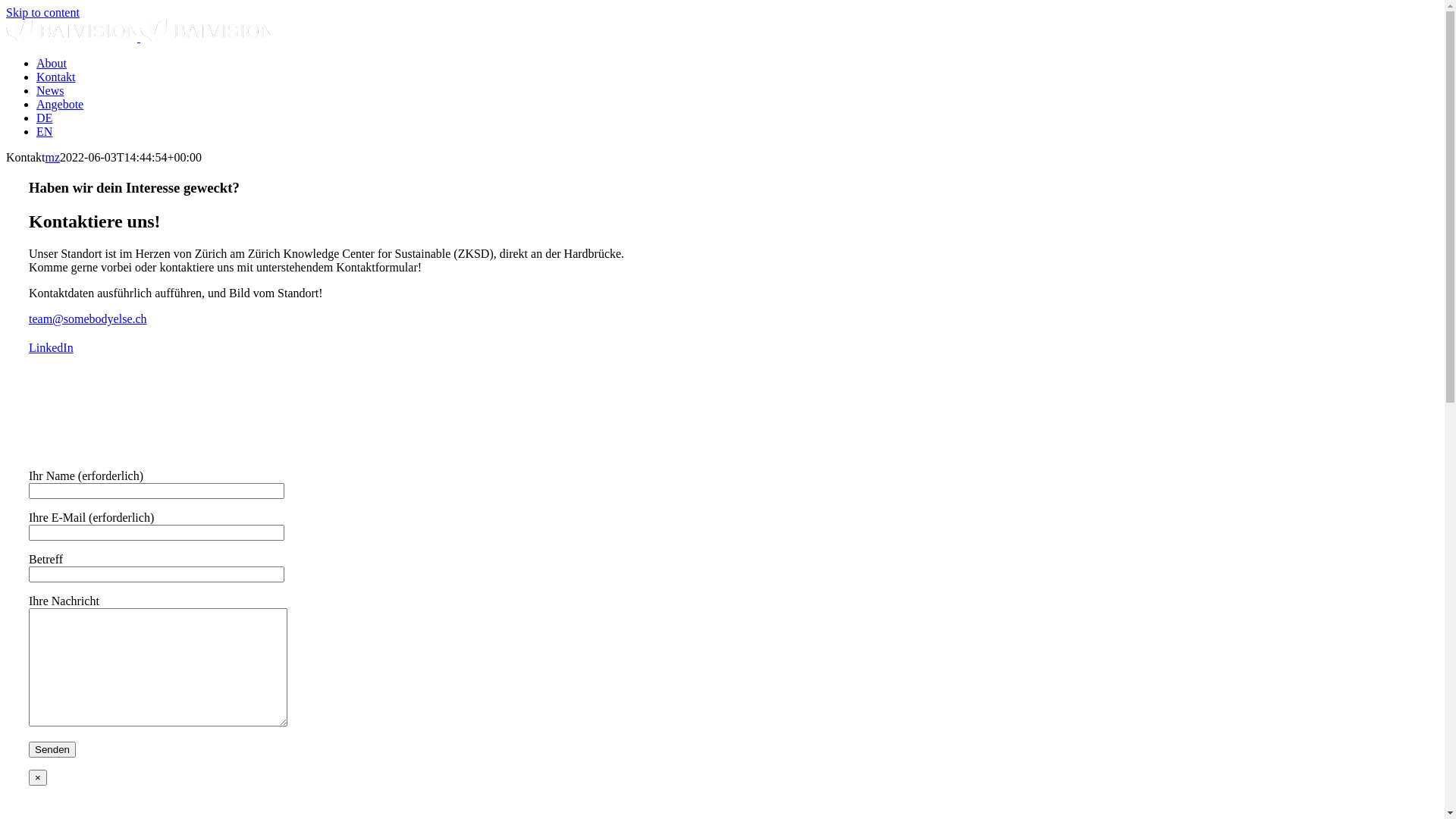 This screenshot has width=1456, height=819. Describe the element at coordinates (51, 62) in the screenshot. I see `'About'` at that location.